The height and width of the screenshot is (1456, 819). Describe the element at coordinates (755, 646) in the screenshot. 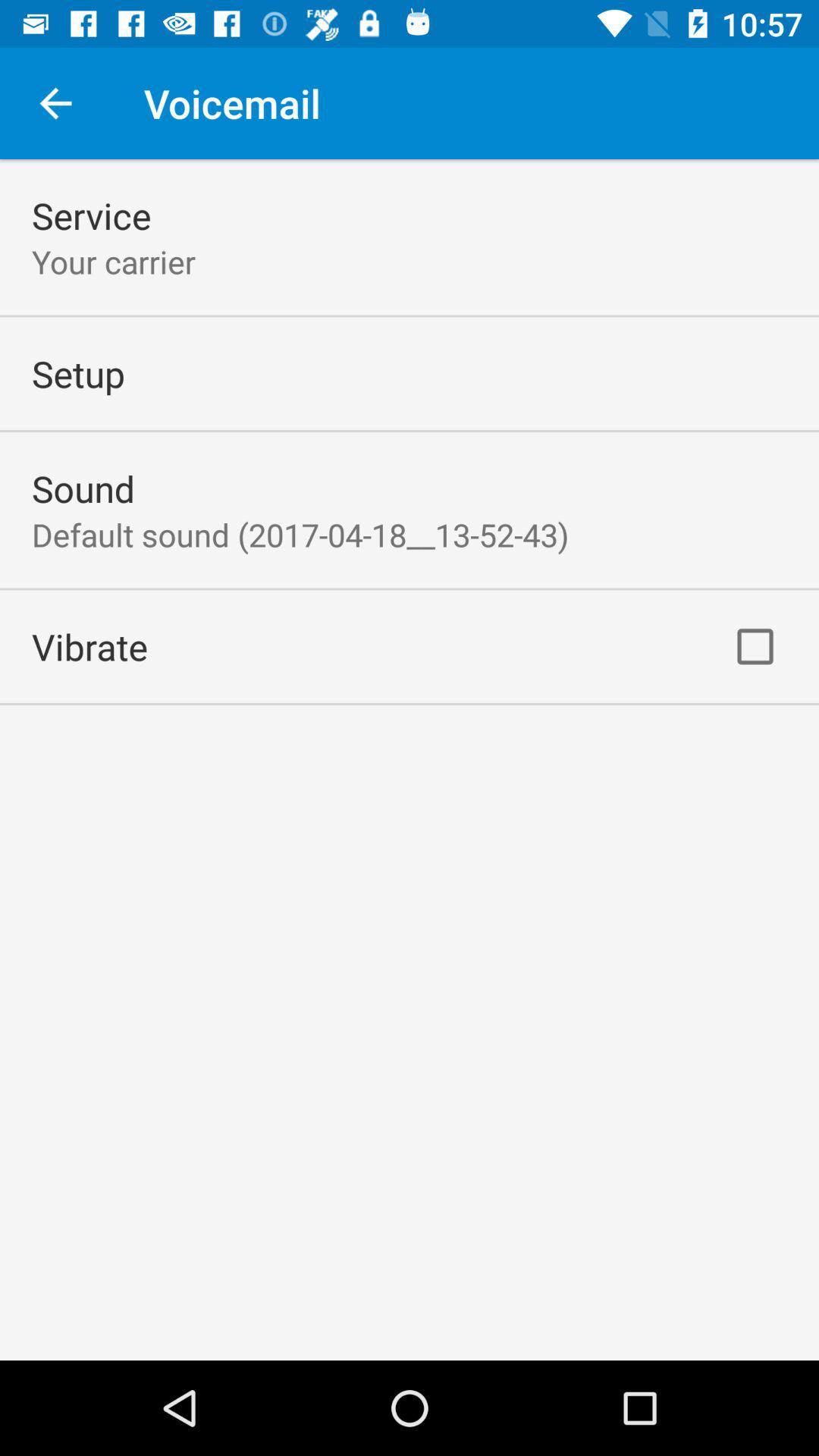

I see `the icon on the right` at that location.